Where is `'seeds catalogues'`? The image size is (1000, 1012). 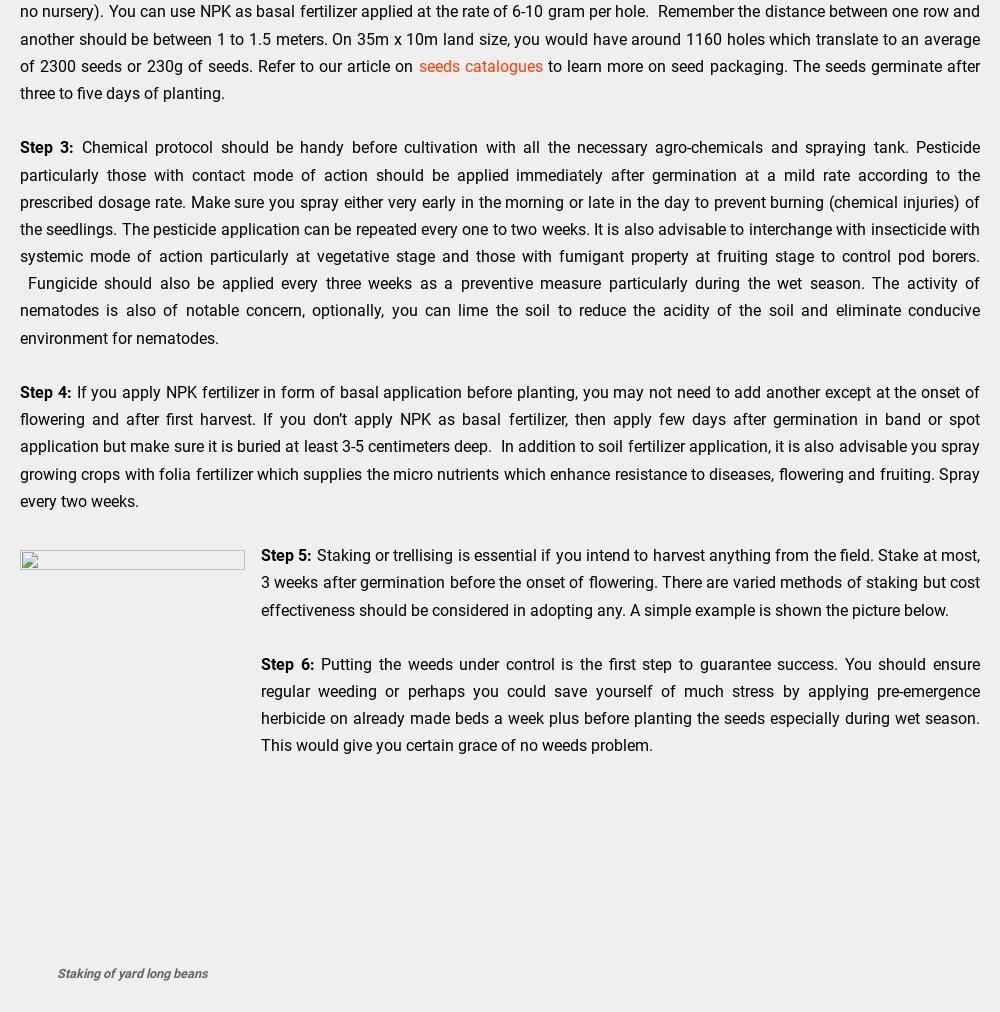 'seeds catalogues' is located at coordinates (479, 64).